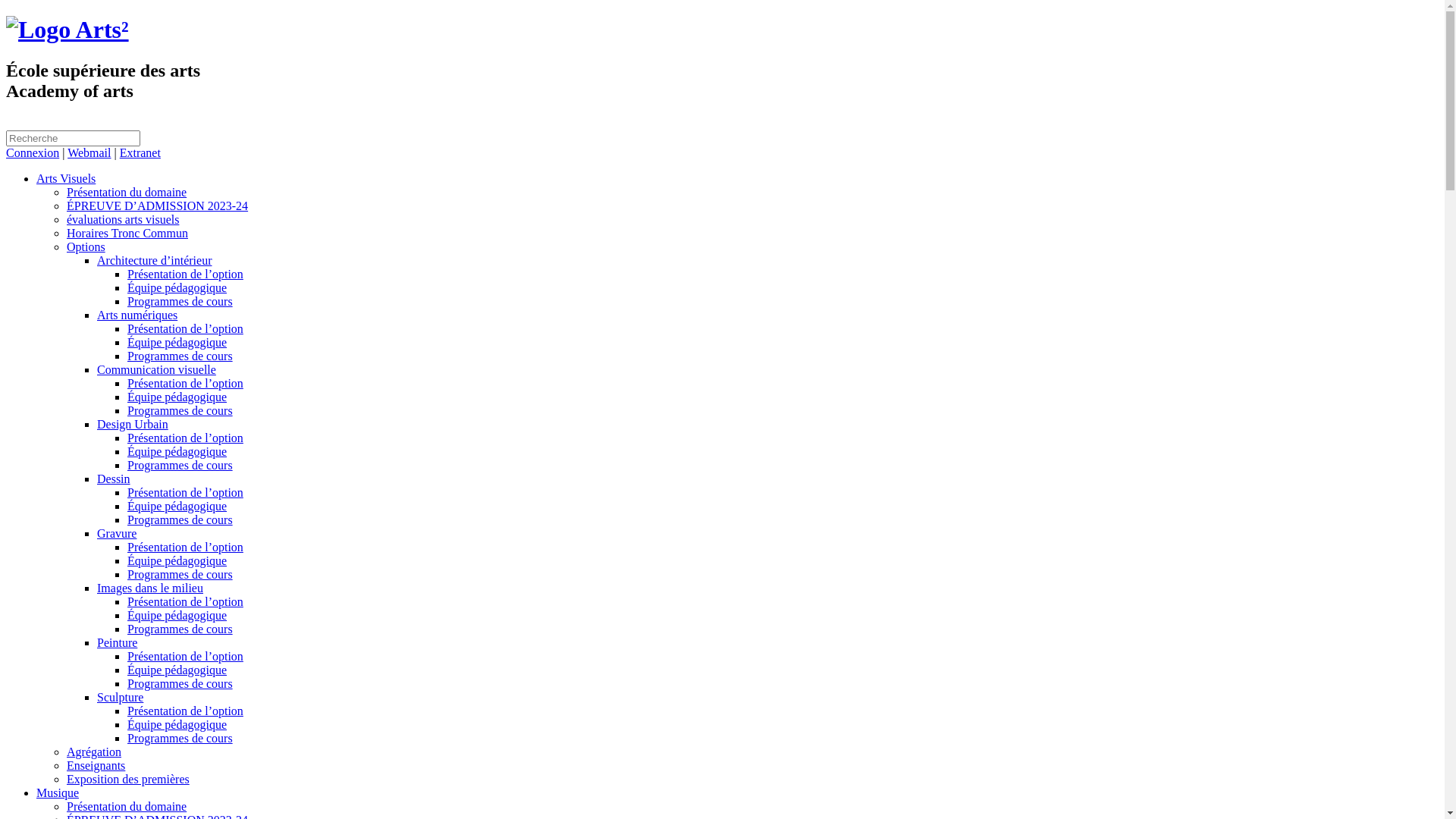 The image size is (1456, 819). What do you see at coordinates (116, 642) in the screenshot?
I see `'Peinture'` at bounding box center [116, 642].